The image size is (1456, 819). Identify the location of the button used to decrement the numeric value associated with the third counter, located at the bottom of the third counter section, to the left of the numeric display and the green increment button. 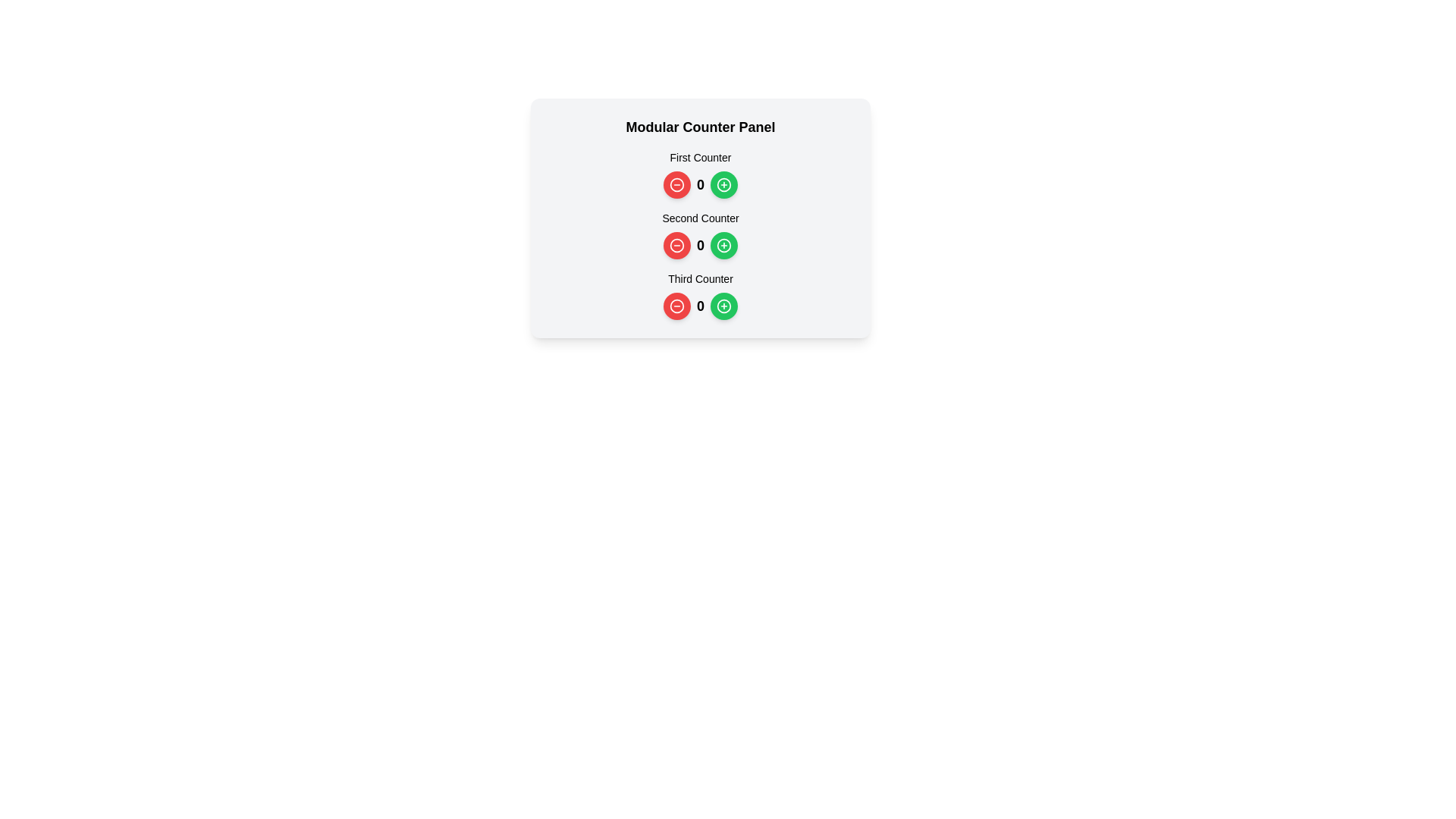
(676, 306).